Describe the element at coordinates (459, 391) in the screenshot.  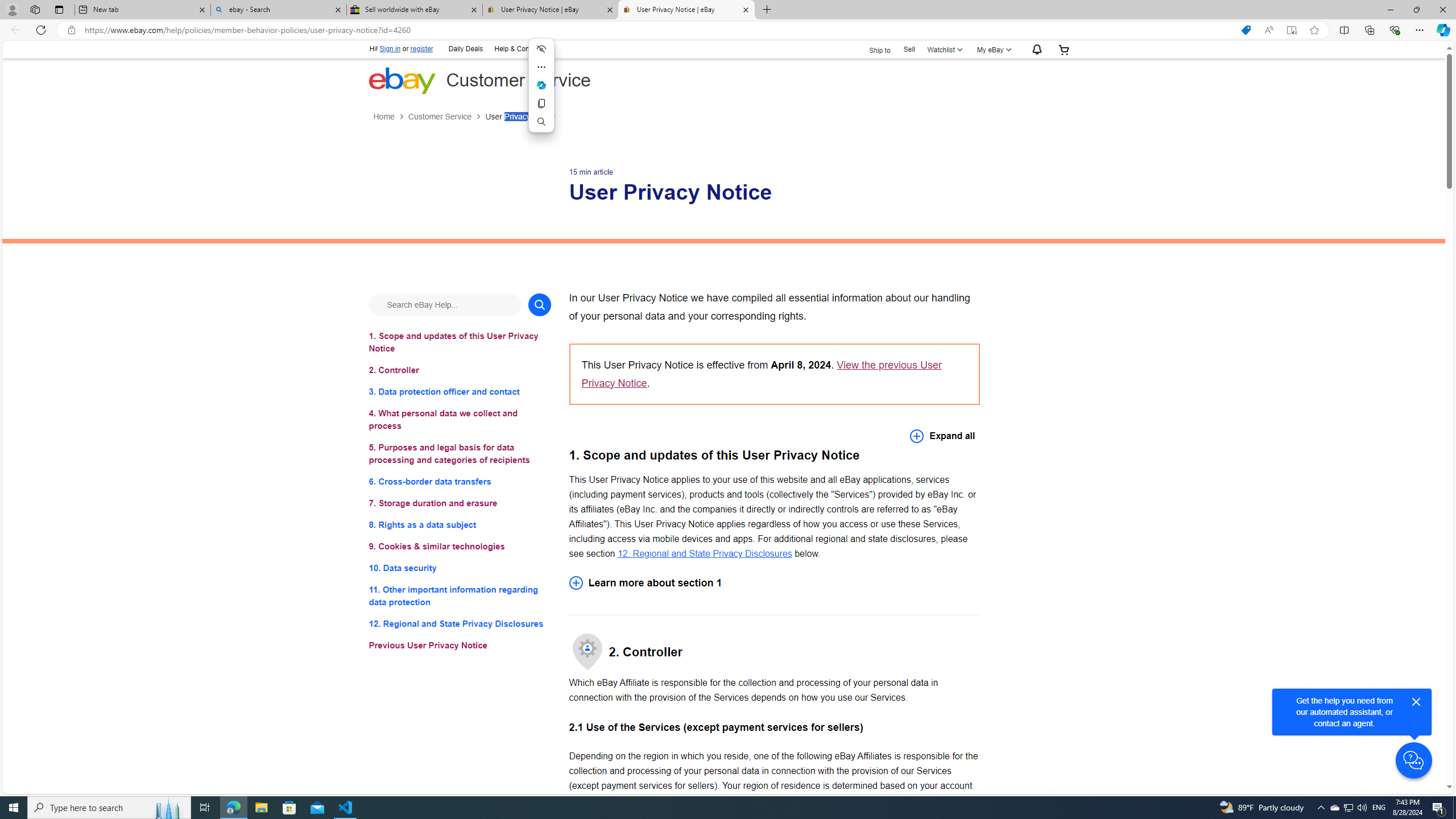
I see `'3. Data protection officer and contact'` at that location.